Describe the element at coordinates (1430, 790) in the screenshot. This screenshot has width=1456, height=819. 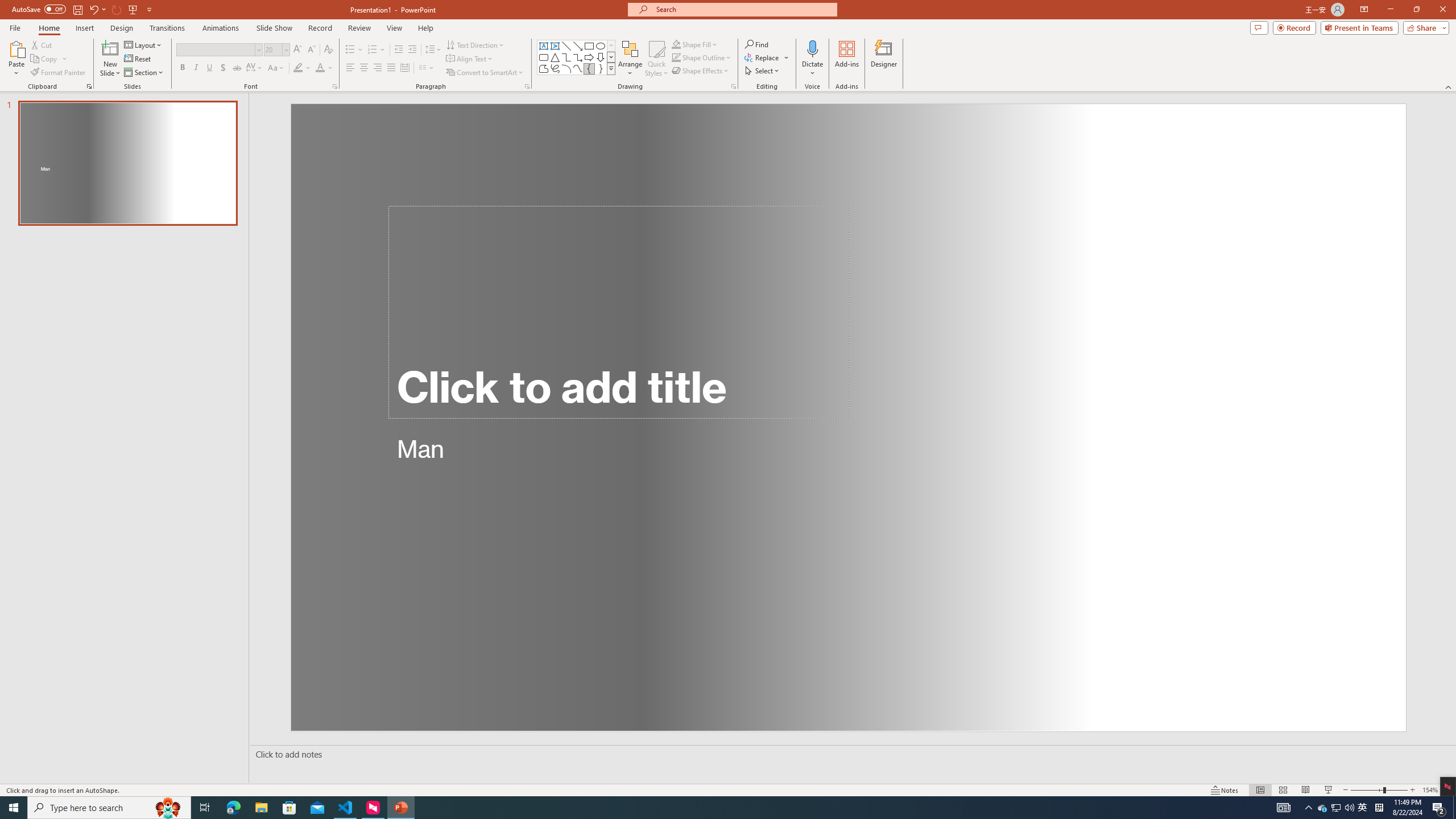
I see `'Zoom 154%'` at that location.